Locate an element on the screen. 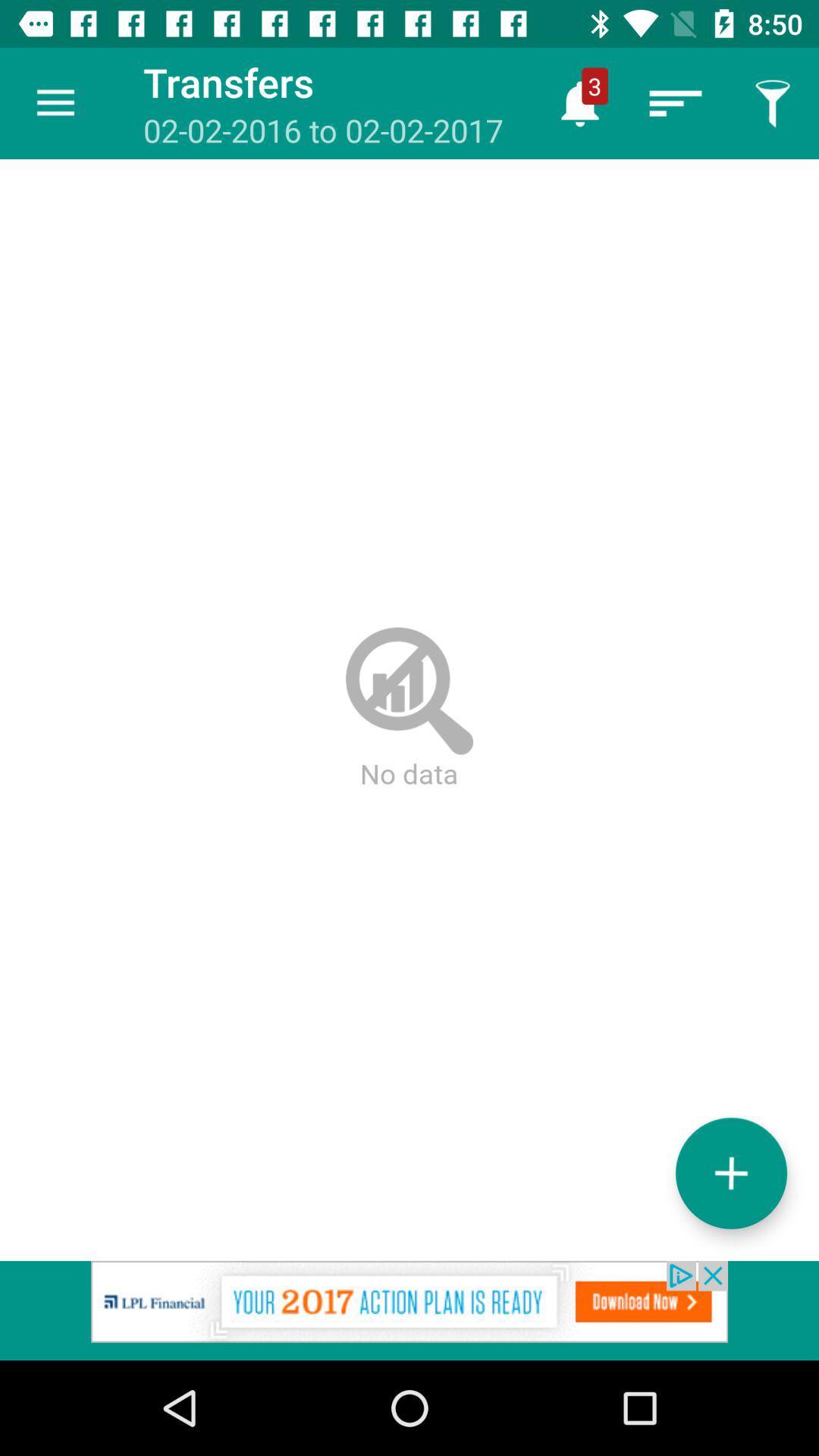  advertisement option is located at coordinates (409, 1310).